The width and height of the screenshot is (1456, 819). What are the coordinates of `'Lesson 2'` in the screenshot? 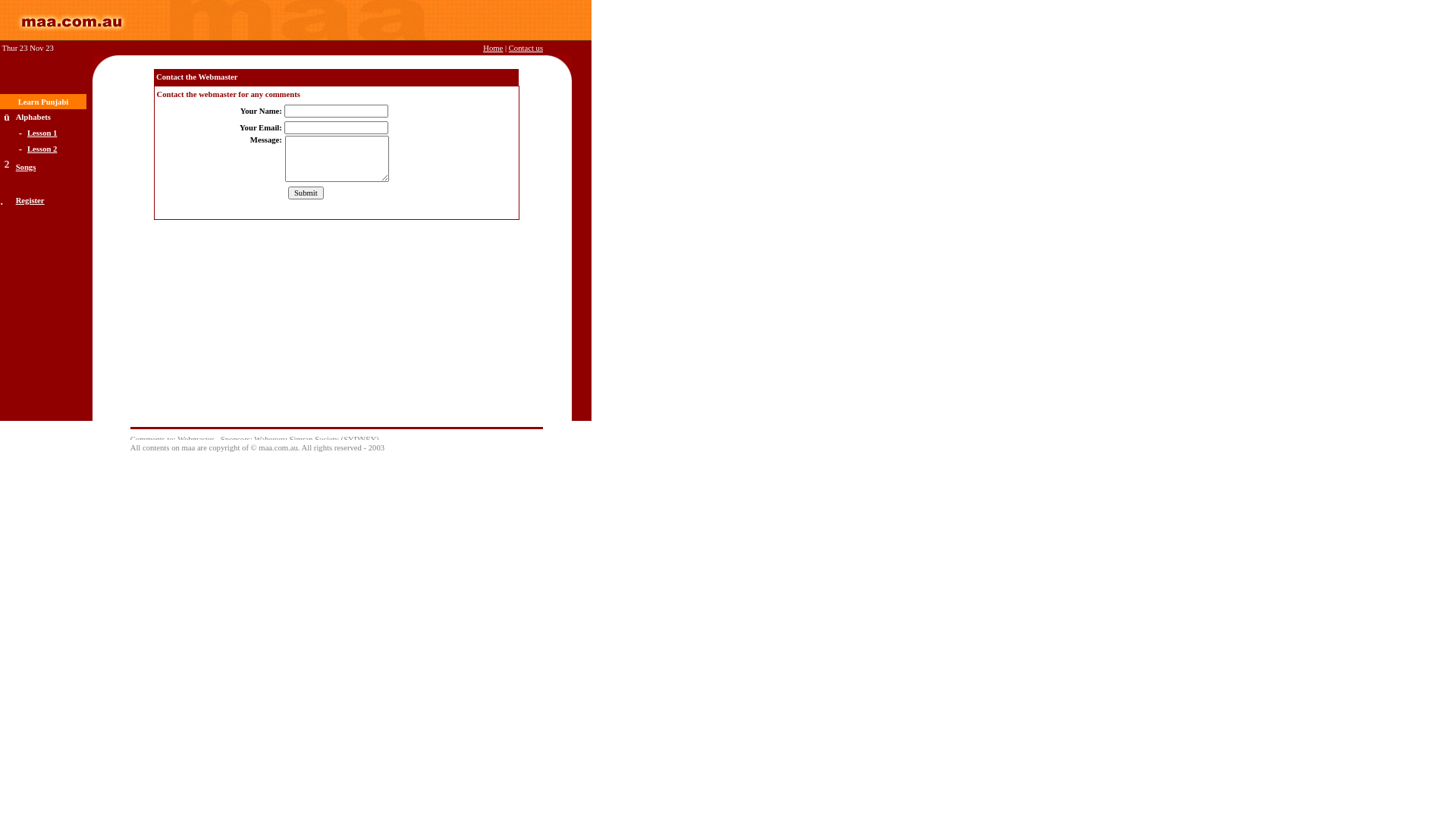 It's located at (42, 147).